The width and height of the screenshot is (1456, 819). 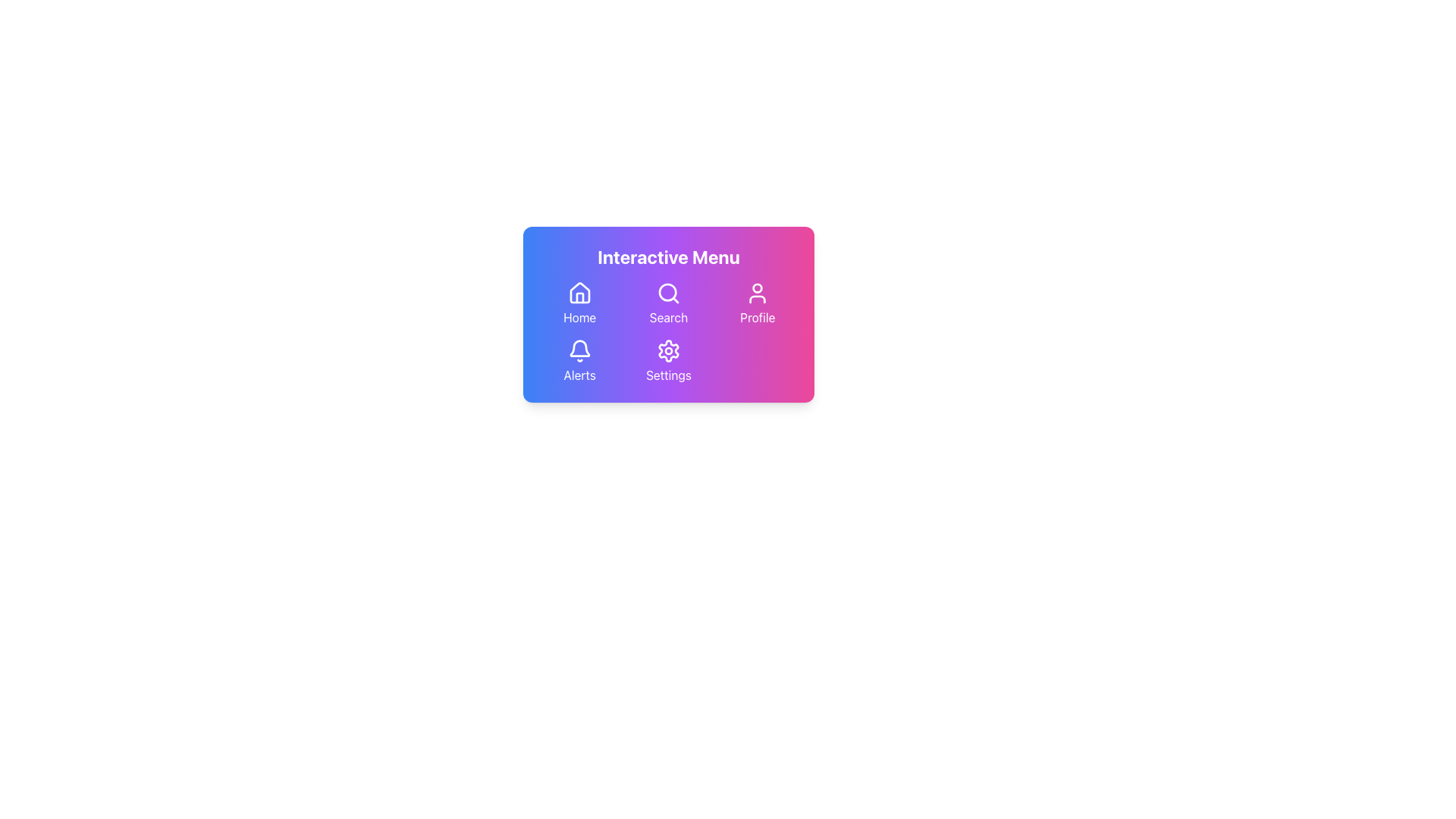 I want to click on the 'Alerts' icon located in the bottom left of the interactive menu interface, so click(x=578, y=348).